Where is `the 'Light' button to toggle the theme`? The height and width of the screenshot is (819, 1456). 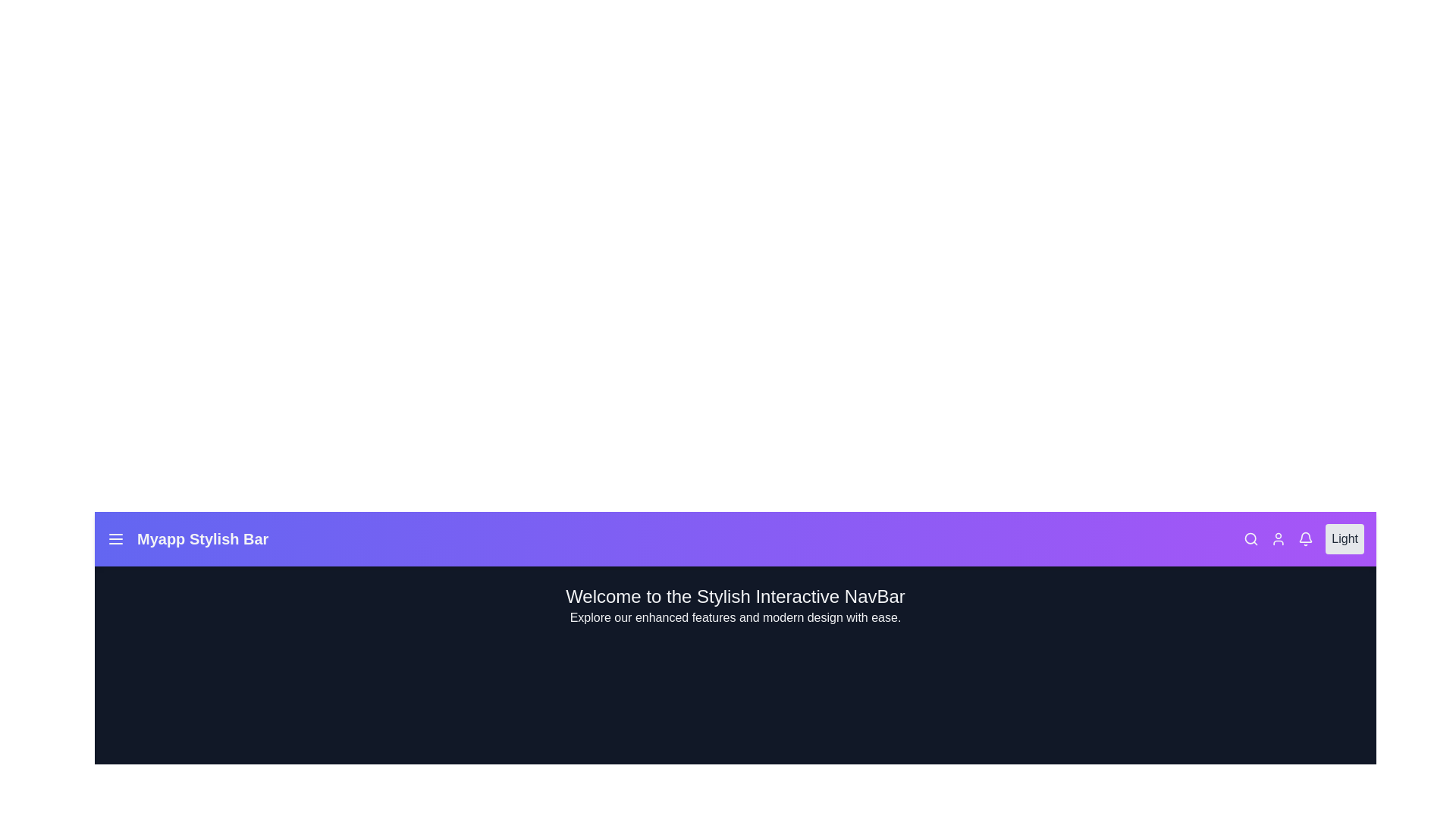 the 'Light' button to toggle the theme is located at coordinates (1344, 538).